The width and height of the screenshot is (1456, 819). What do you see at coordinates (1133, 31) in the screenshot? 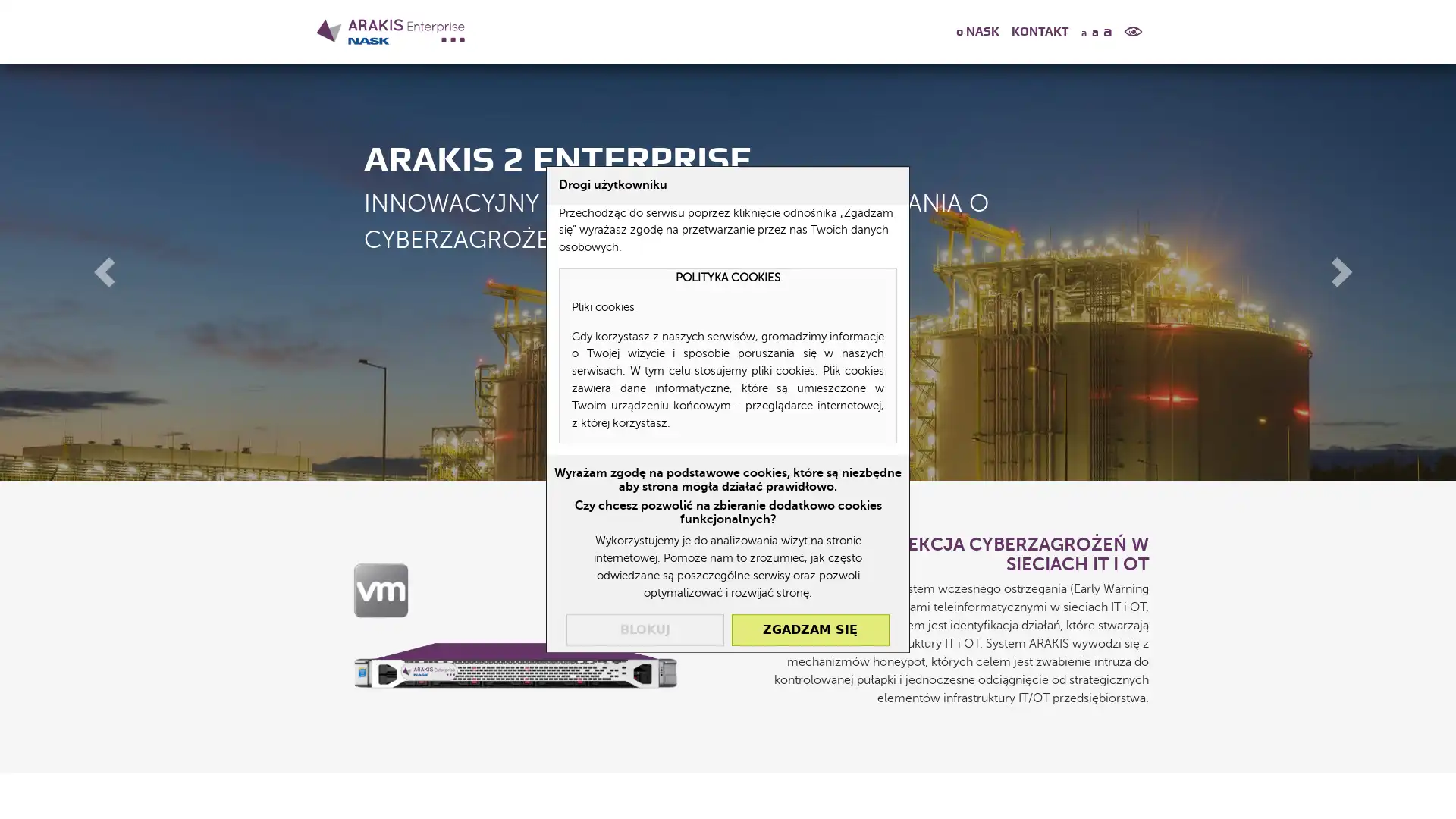
I see `Wersja kontrastowa` at bounding box center [1133, 31].